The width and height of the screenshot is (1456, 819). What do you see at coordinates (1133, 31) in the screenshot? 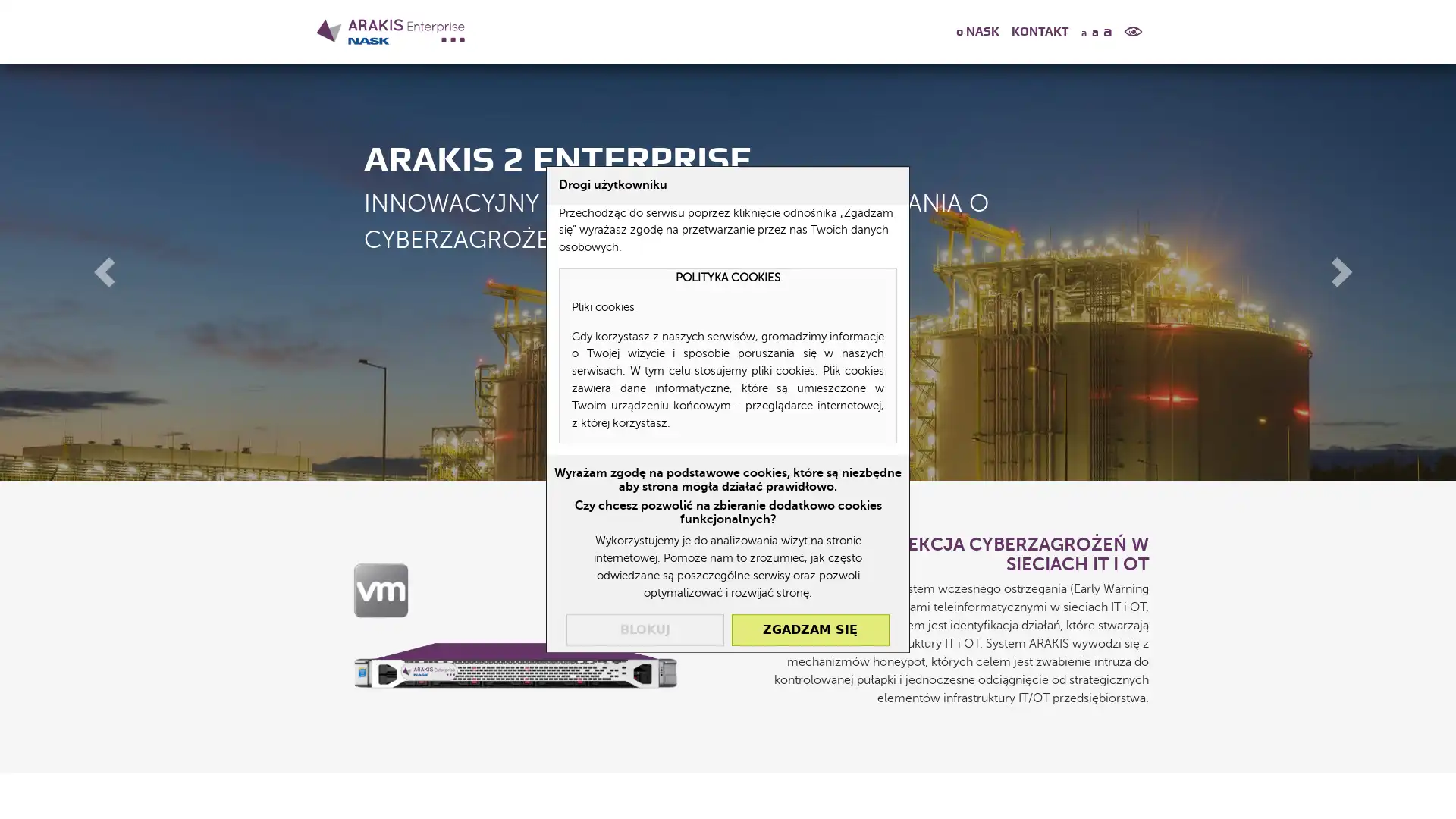
I see `Wersja kontrastowa` at bounding box center [1133, 31].